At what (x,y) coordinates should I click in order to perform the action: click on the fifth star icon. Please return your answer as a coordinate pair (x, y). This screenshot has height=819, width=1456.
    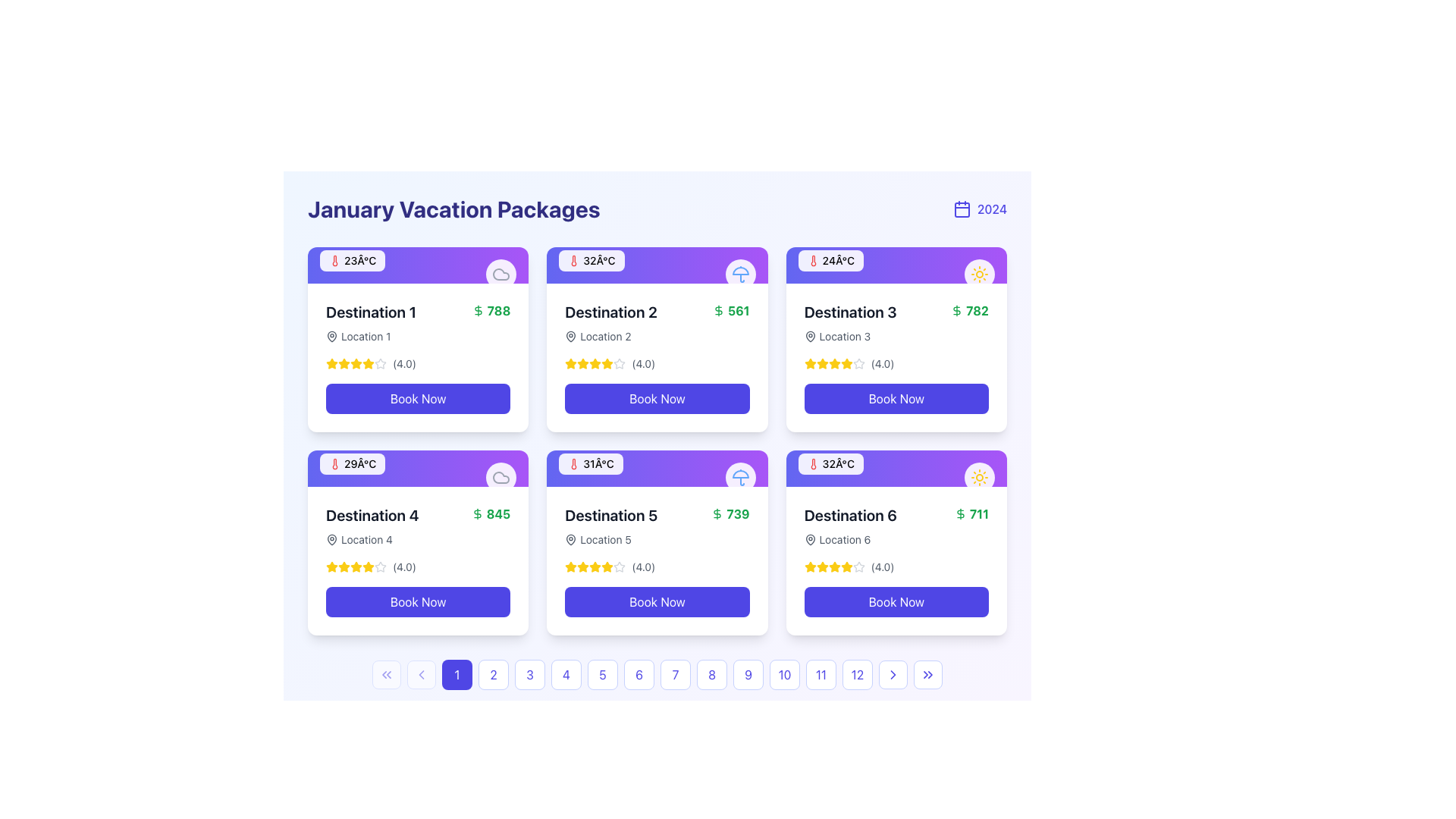
    Looking at the image, I should click on (368, 363).